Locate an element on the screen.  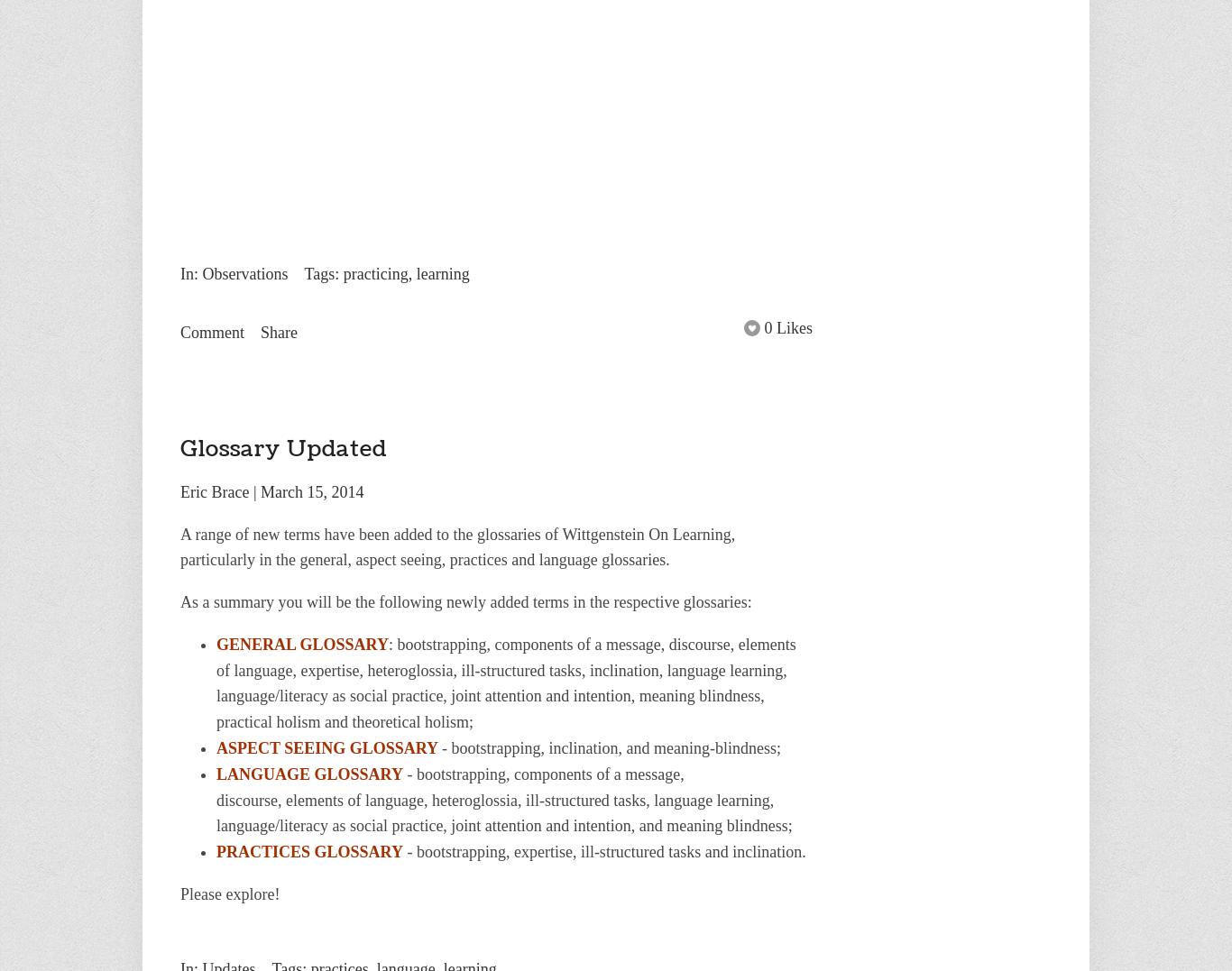
'March 15, 2014' is located at coordinates (261, 490).